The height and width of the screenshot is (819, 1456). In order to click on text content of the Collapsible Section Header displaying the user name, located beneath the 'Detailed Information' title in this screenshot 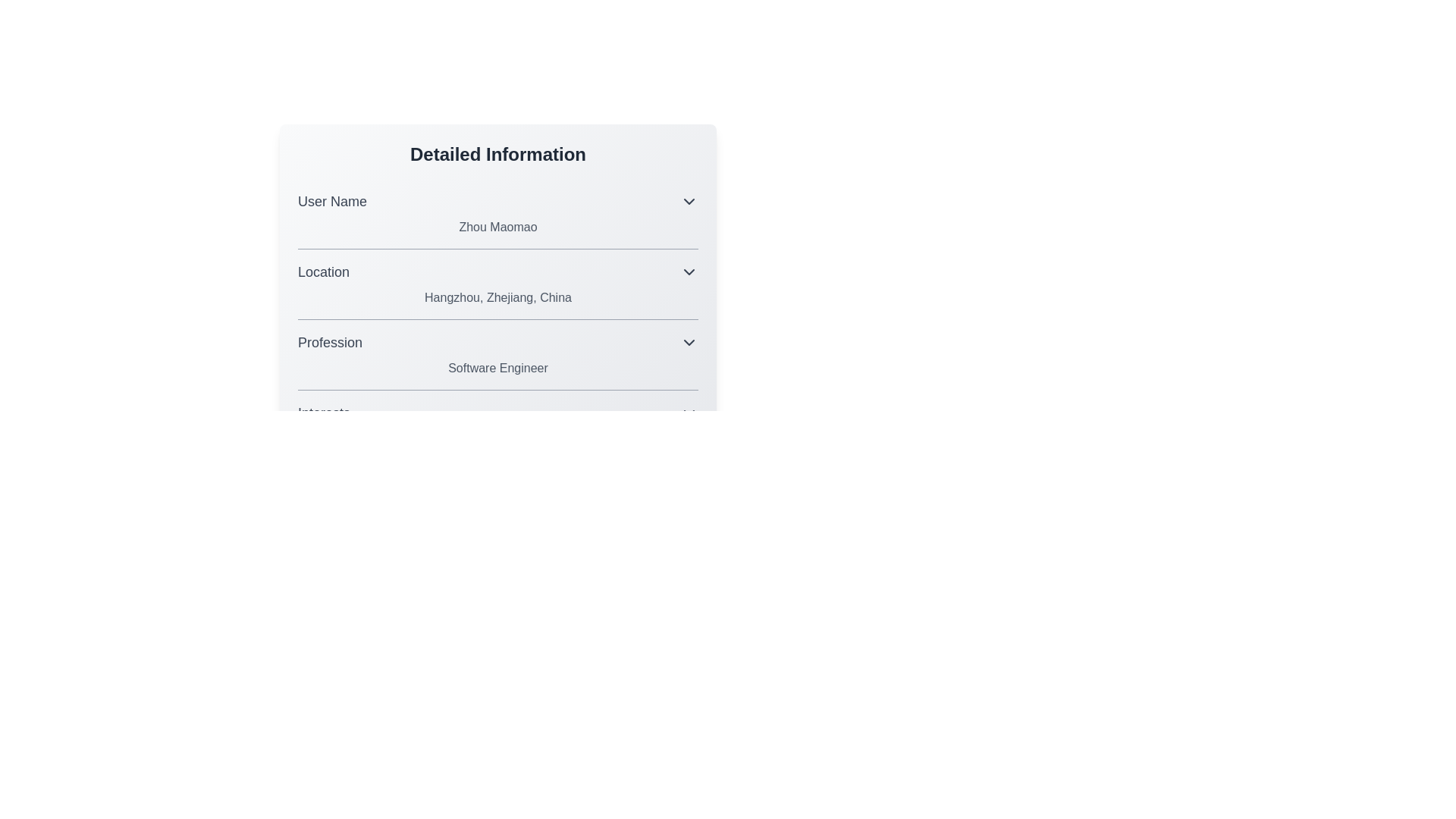, I will do `click(498, 213)`.